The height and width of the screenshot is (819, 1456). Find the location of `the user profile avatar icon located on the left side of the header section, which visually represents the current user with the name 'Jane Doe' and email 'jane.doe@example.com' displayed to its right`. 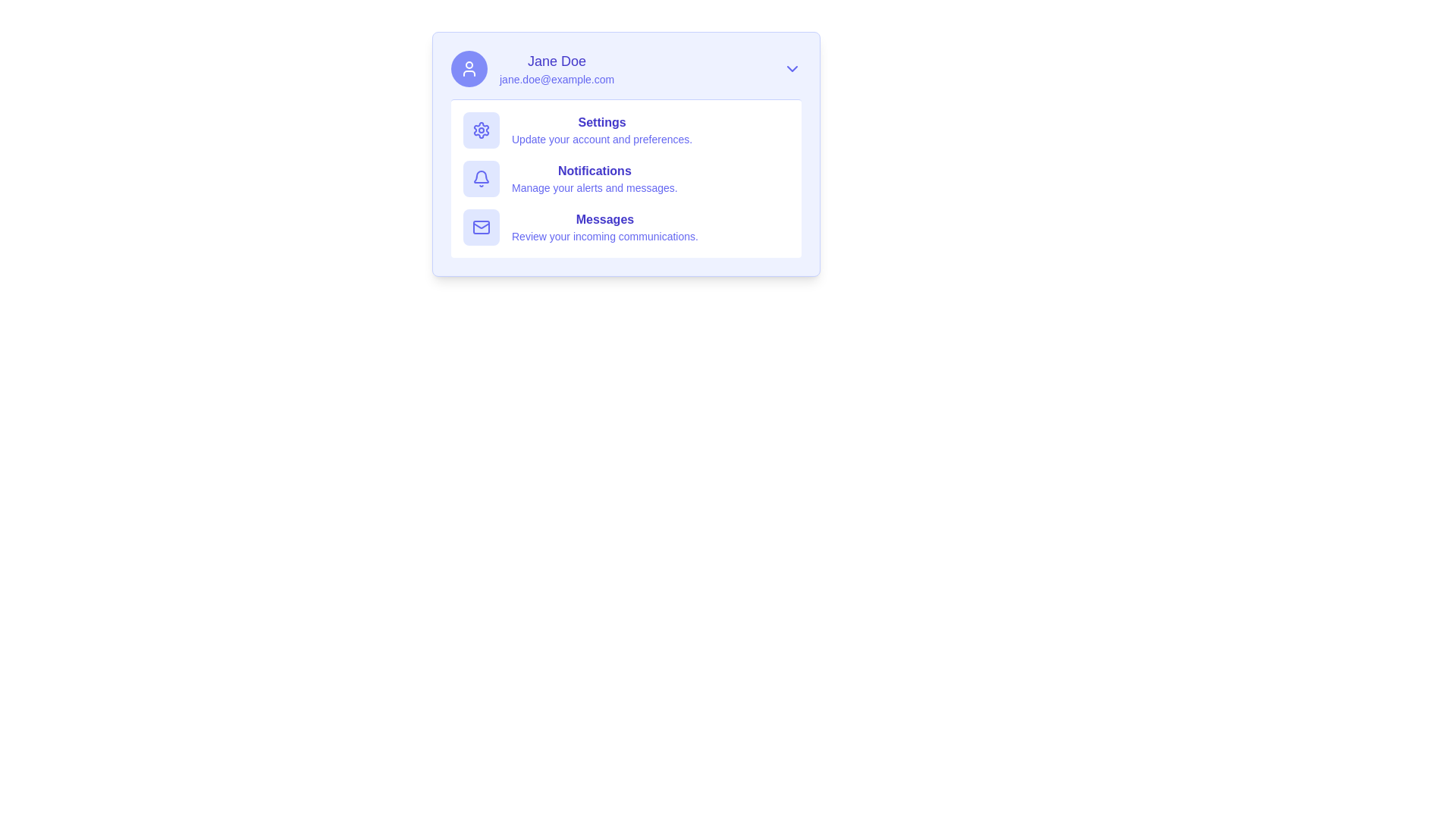

the user profile avatar icon located on the left side of the header section, which visually represents the current user with the name 'Jane Doe' and email 'jane.doe@example.com' displayed to its right is located at coordinates (469, 69).